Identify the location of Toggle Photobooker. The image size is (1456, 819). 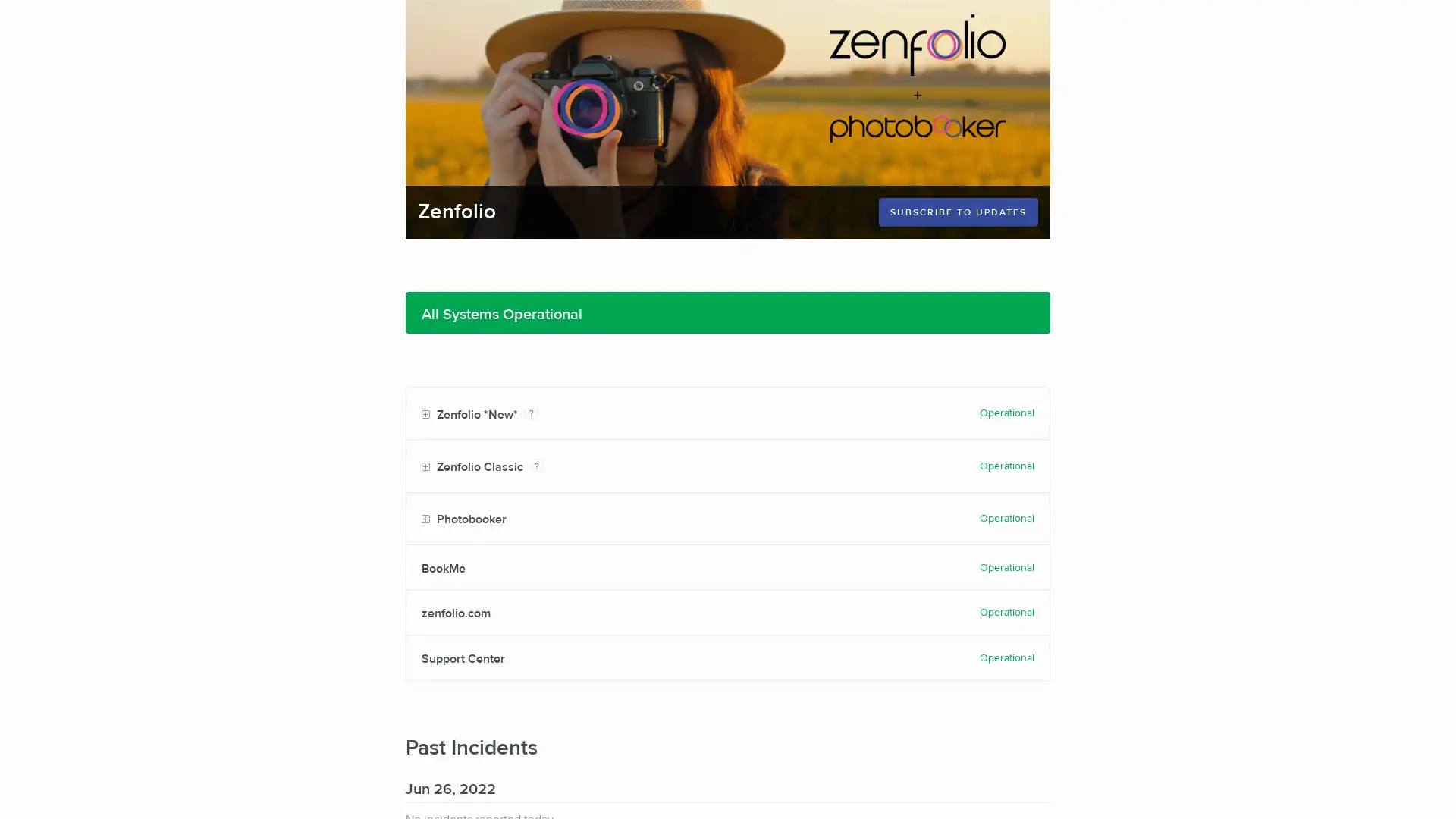
(425, 519).